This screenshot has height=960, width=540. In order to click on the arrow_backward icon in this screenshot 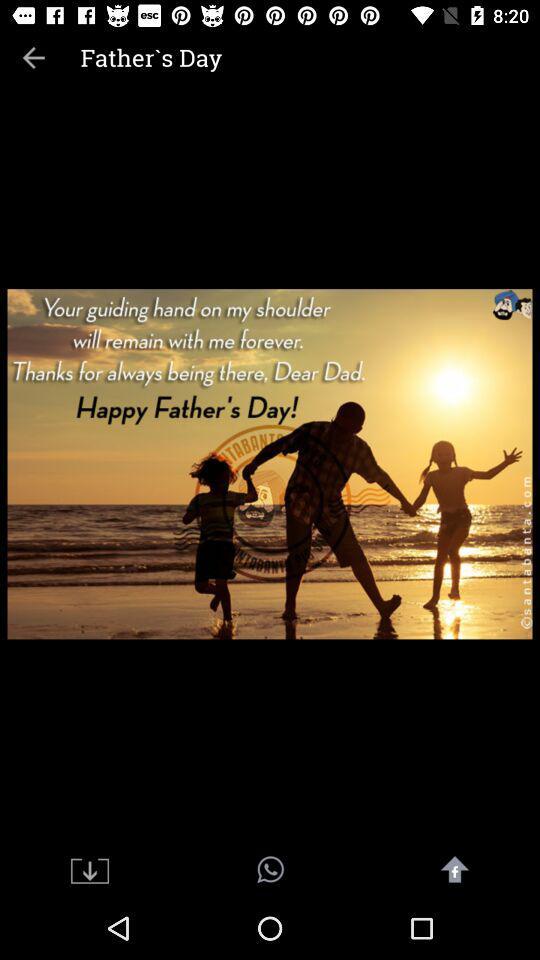, I will do `click(32, 56)`.